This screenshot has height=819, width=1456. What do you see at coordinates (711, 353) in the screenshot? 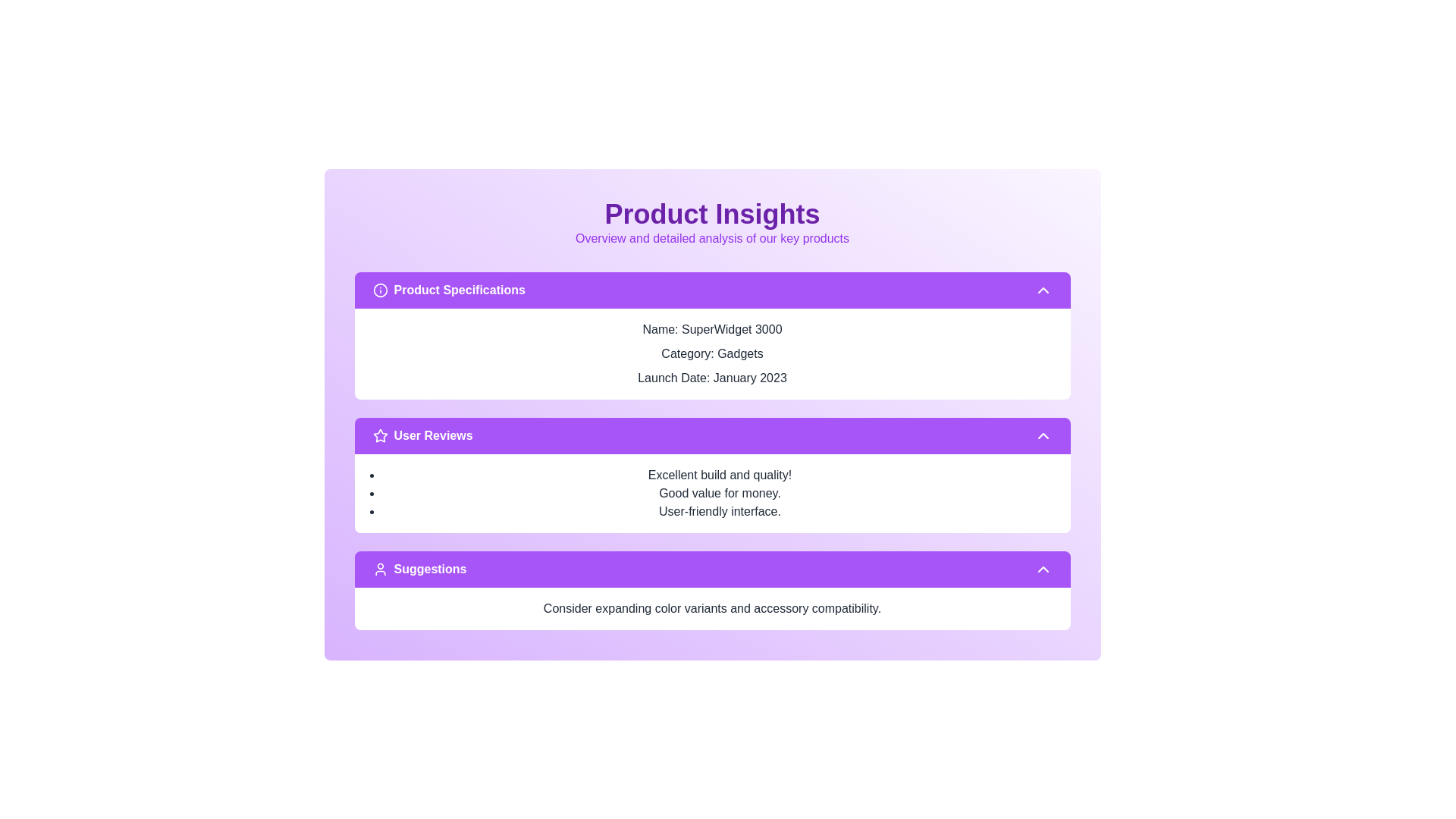
I see `the text block that provides product information, located below the 'Product Specifications' header section and centrally positioned within the layout` at bounding box center [711, 353].